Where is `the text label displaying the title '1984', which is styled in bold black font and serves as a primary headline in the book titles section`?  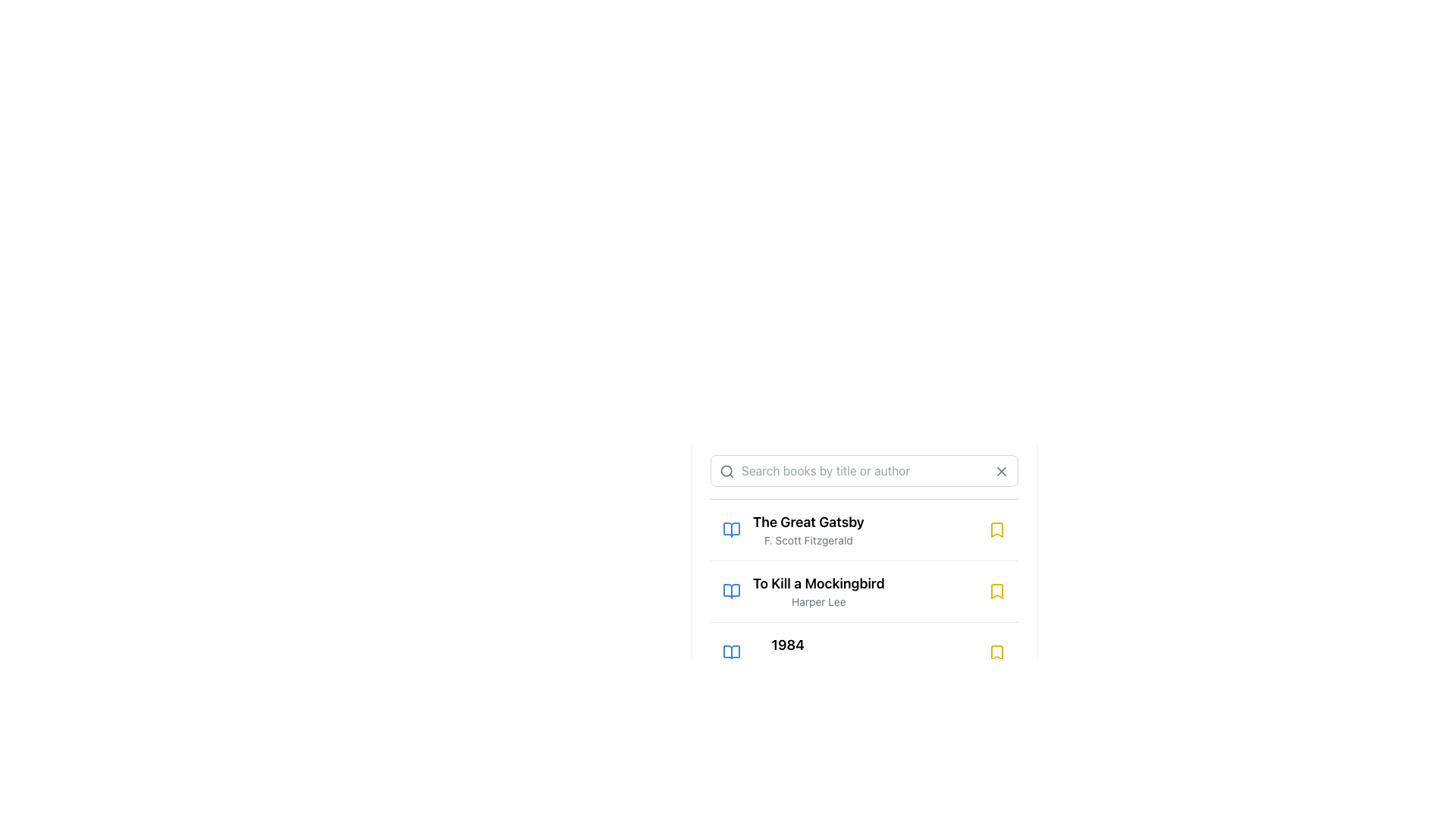
the text label displaying the title '1984', which is styled in bold black font and serves as a primary headline in the book titles section is located at coordinates (788, 645).